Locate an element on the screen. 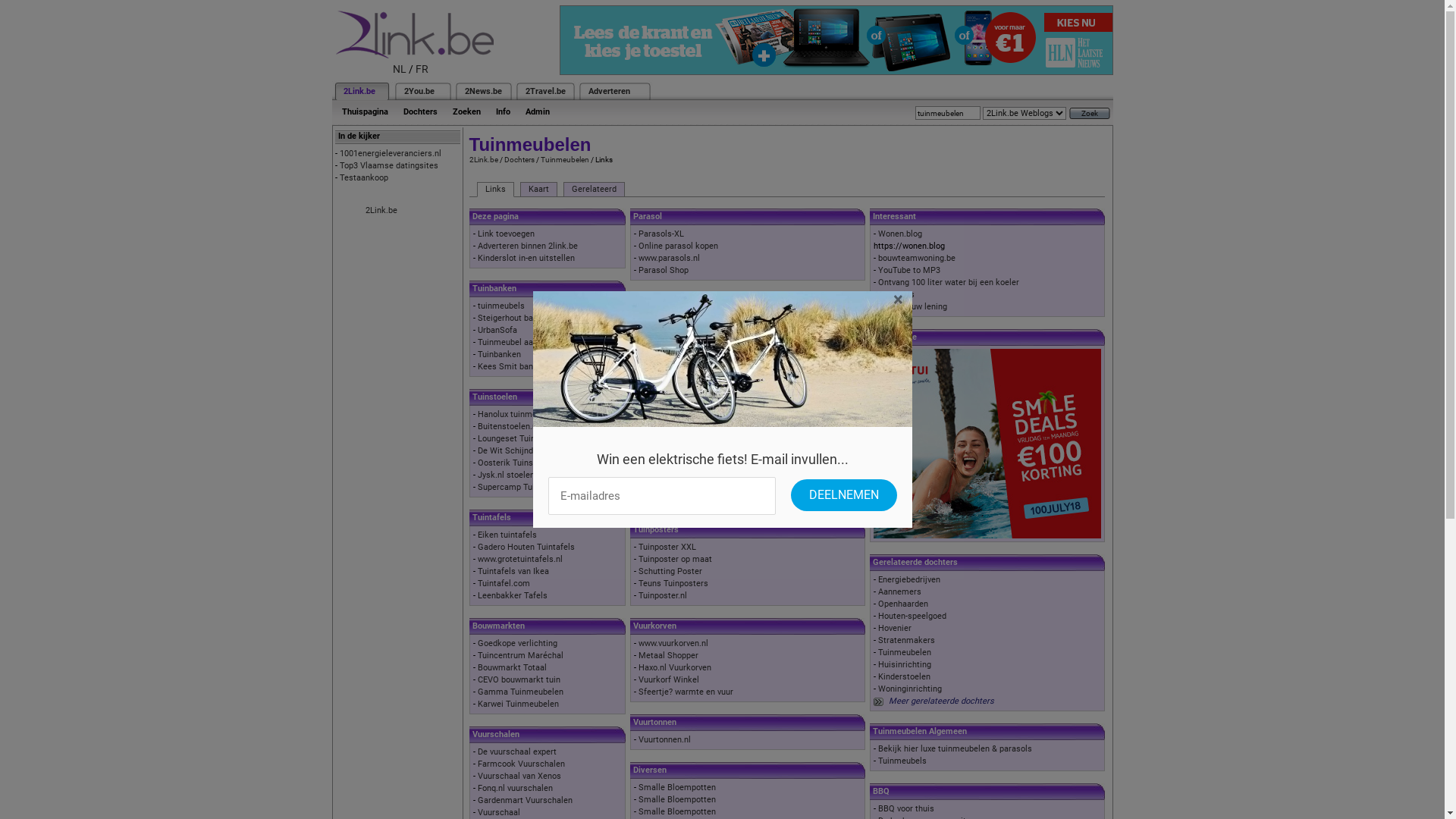 The image size is (1456, 819). 'Tuintafels van Ikea' is located at coordinates (513, 571).